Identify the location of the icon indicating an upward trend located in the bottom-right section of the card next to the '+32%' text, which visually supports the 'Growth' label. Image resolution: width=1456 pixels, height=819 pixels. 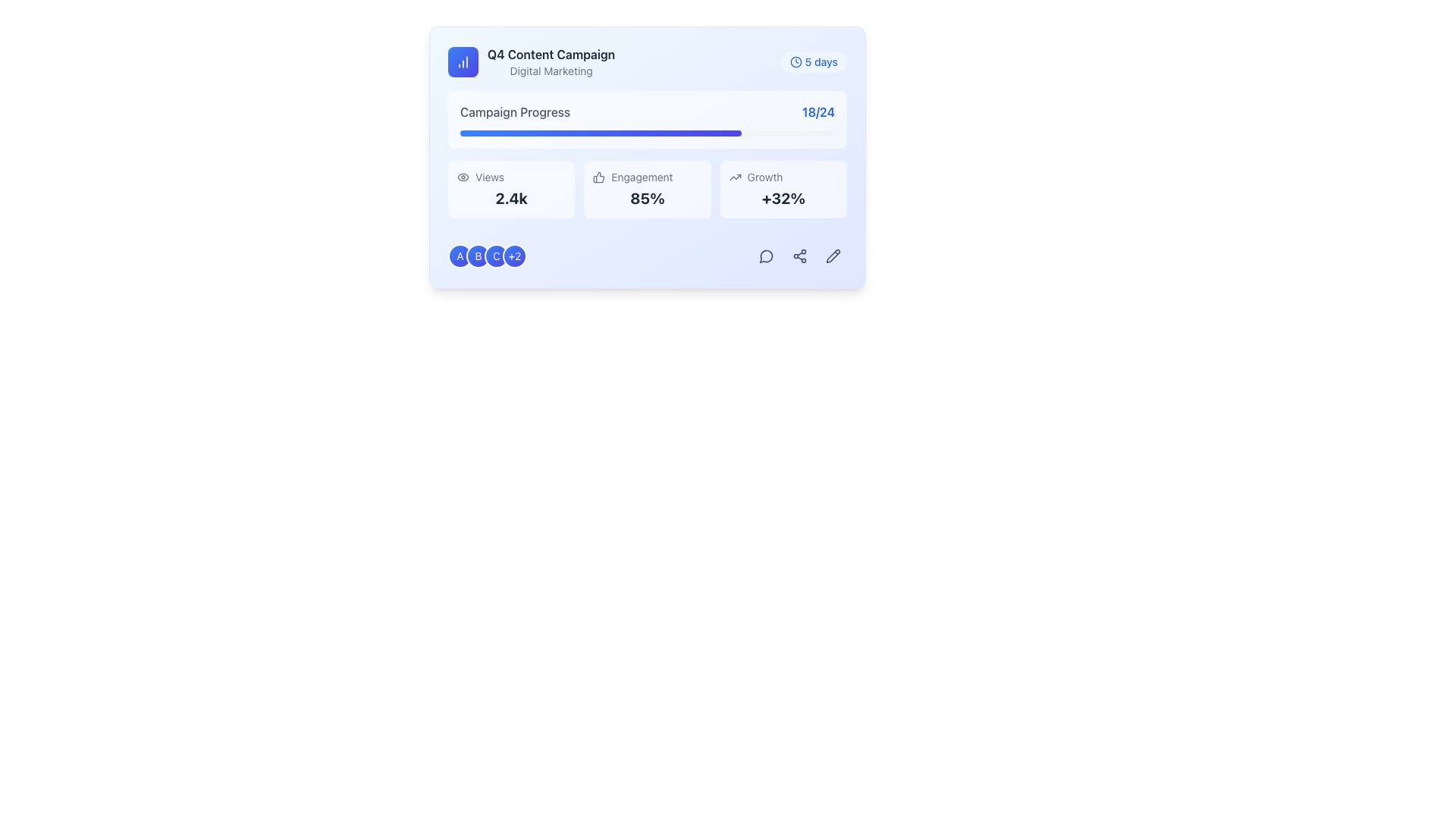
(735, 177).